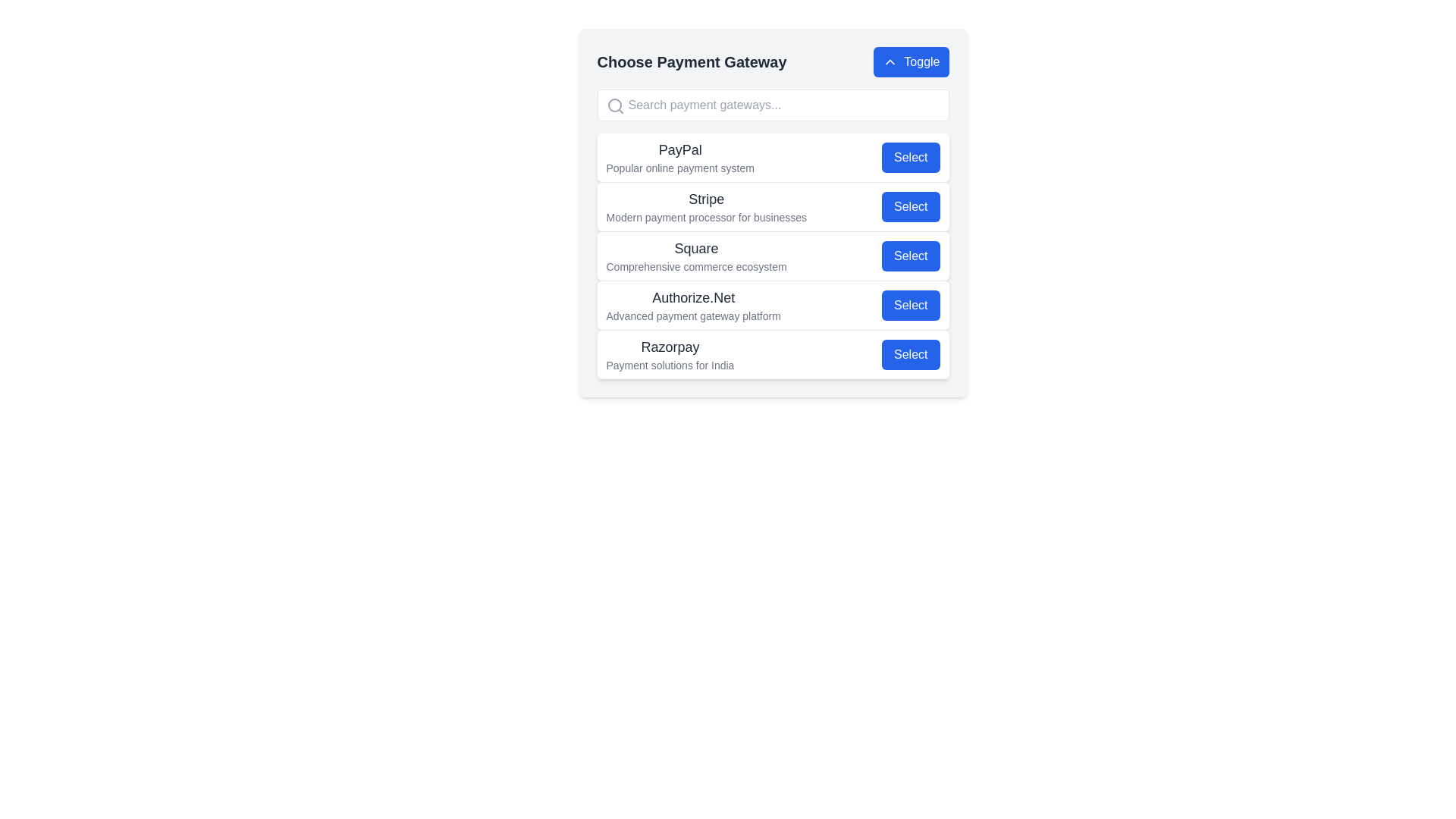 The image size is (1456, 819). What do you see at coordinates (910, 305) in the screenshot?
I see `the 'Select' button to choose the 'Authorize.Net' payment gateway option, located to the right of the 'Authorize.Net' text and the fourth button from the top in the payment gateway list` at bounding box center [910, 305].